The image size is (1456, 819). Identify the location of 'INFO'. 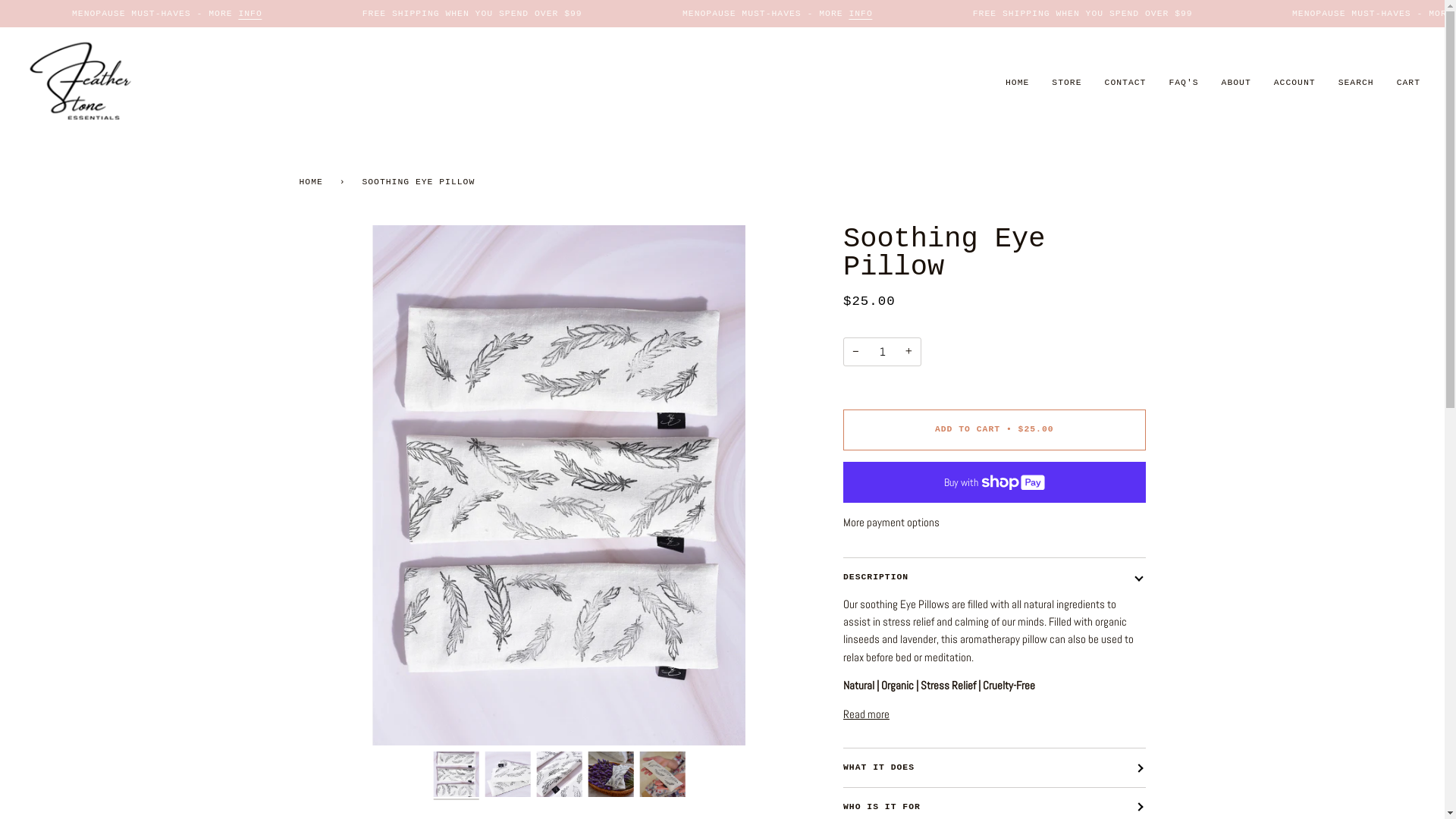
(249, 14).